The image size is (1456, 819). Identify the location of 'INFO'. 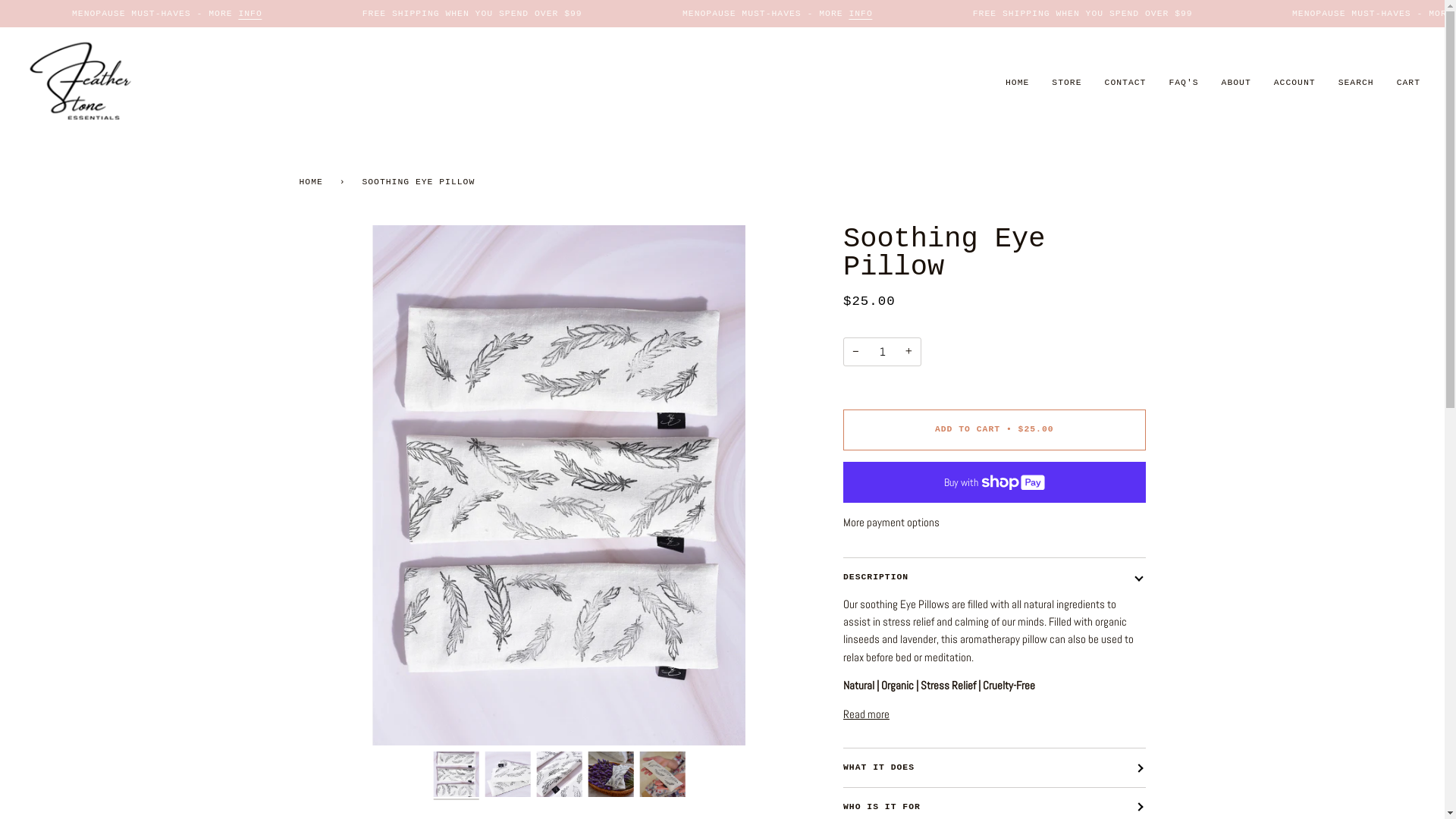
(249, 14).